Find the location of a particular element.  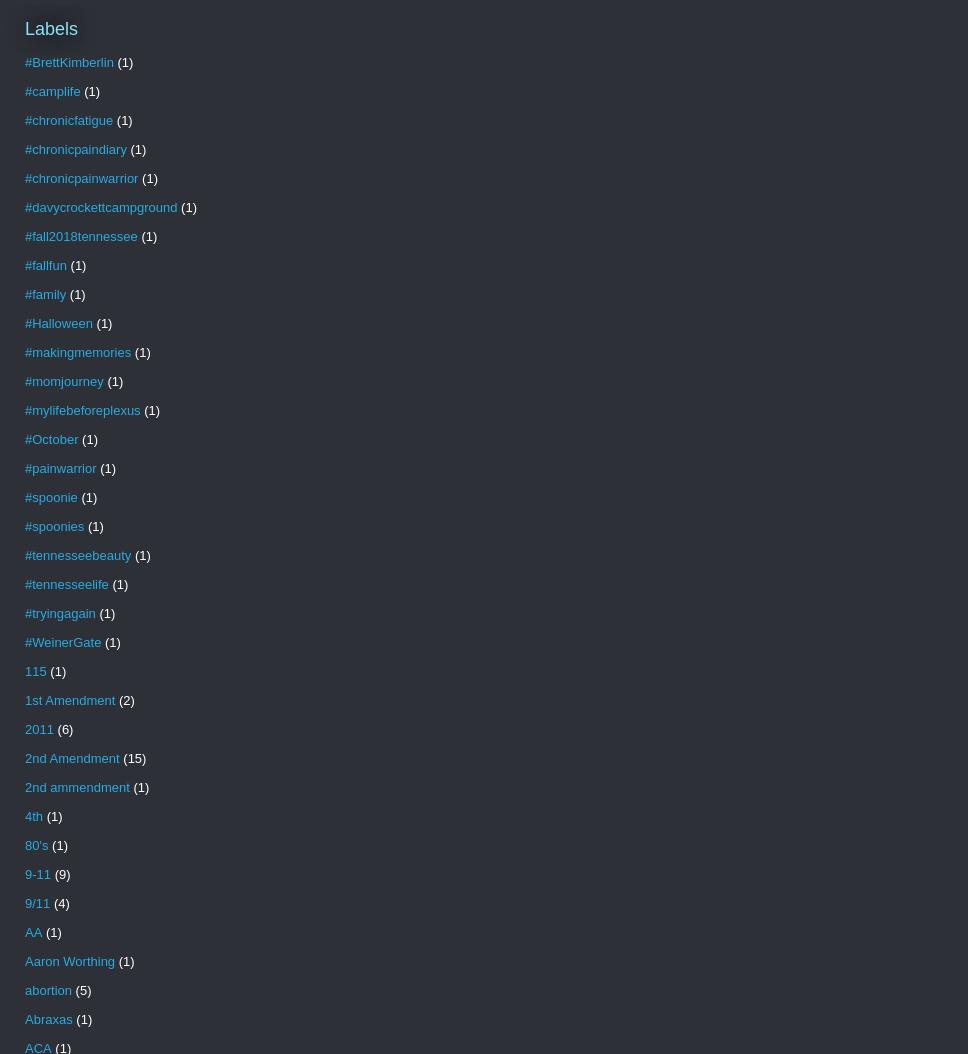

'#makingmemories' is located at coordinates (77, 352).